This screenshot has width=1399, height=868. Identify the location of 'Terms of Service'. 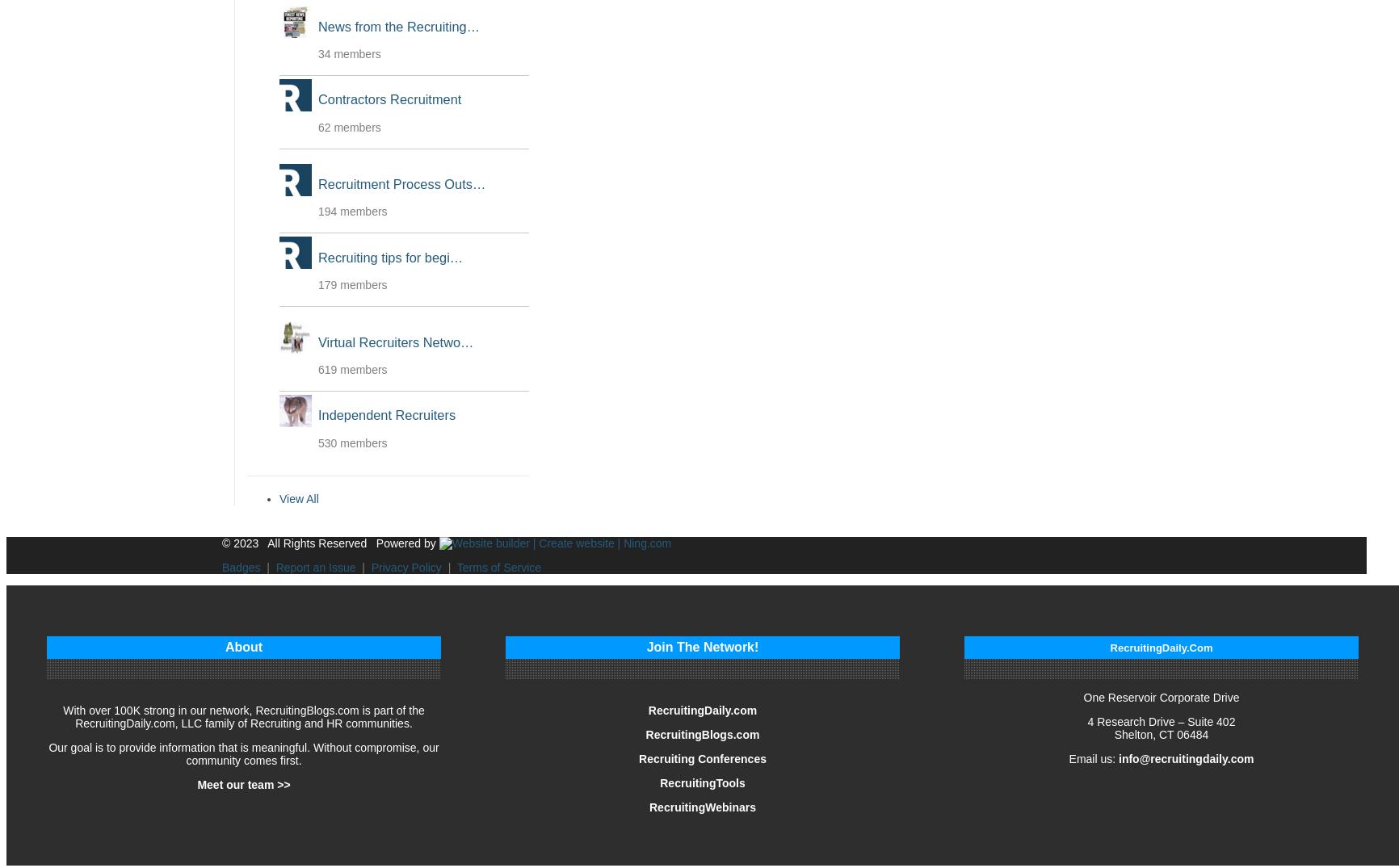
(498, 565).